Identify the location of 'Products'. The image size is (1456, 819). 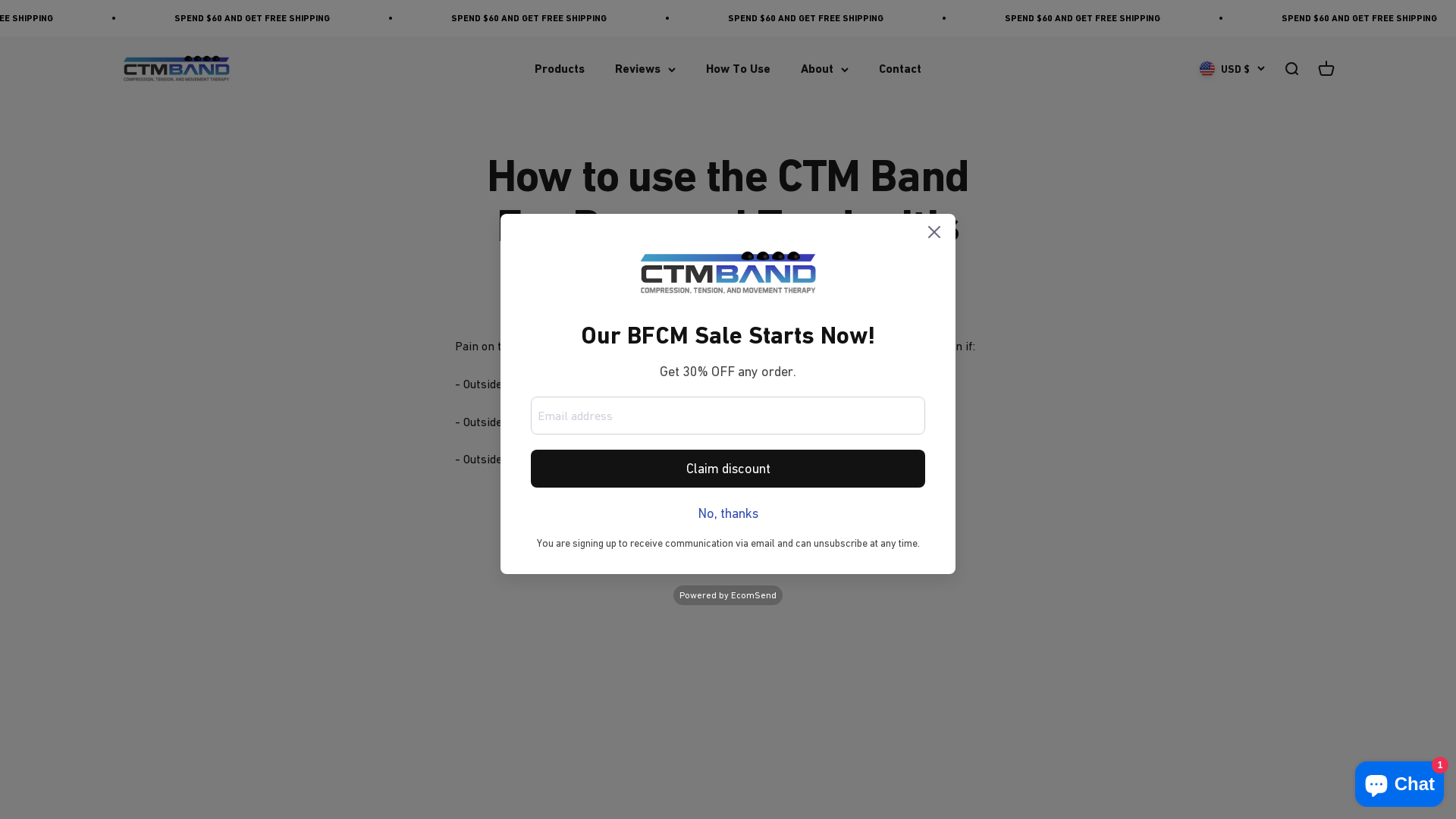
(559, 69).